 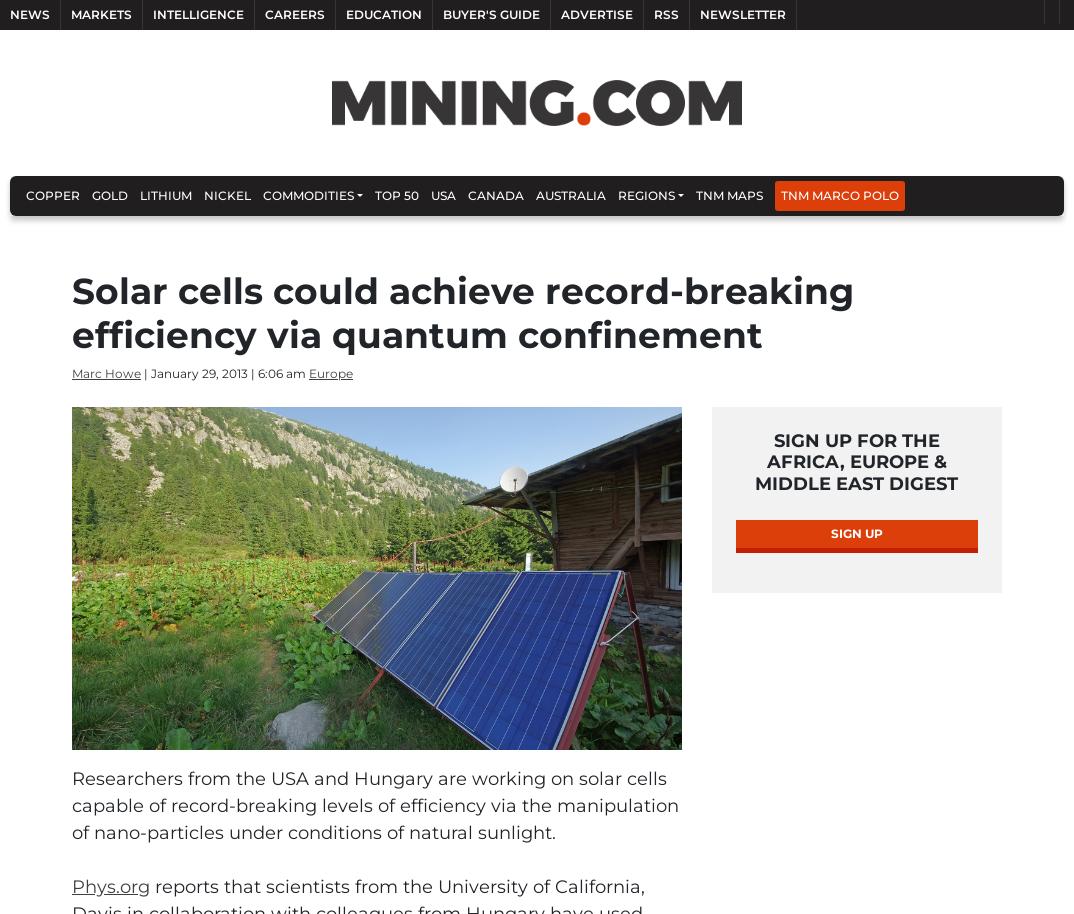 What do you see at coordinates (665, 14) in the screenshot?
I see `'RSS'` at bounding box center [665, 14].